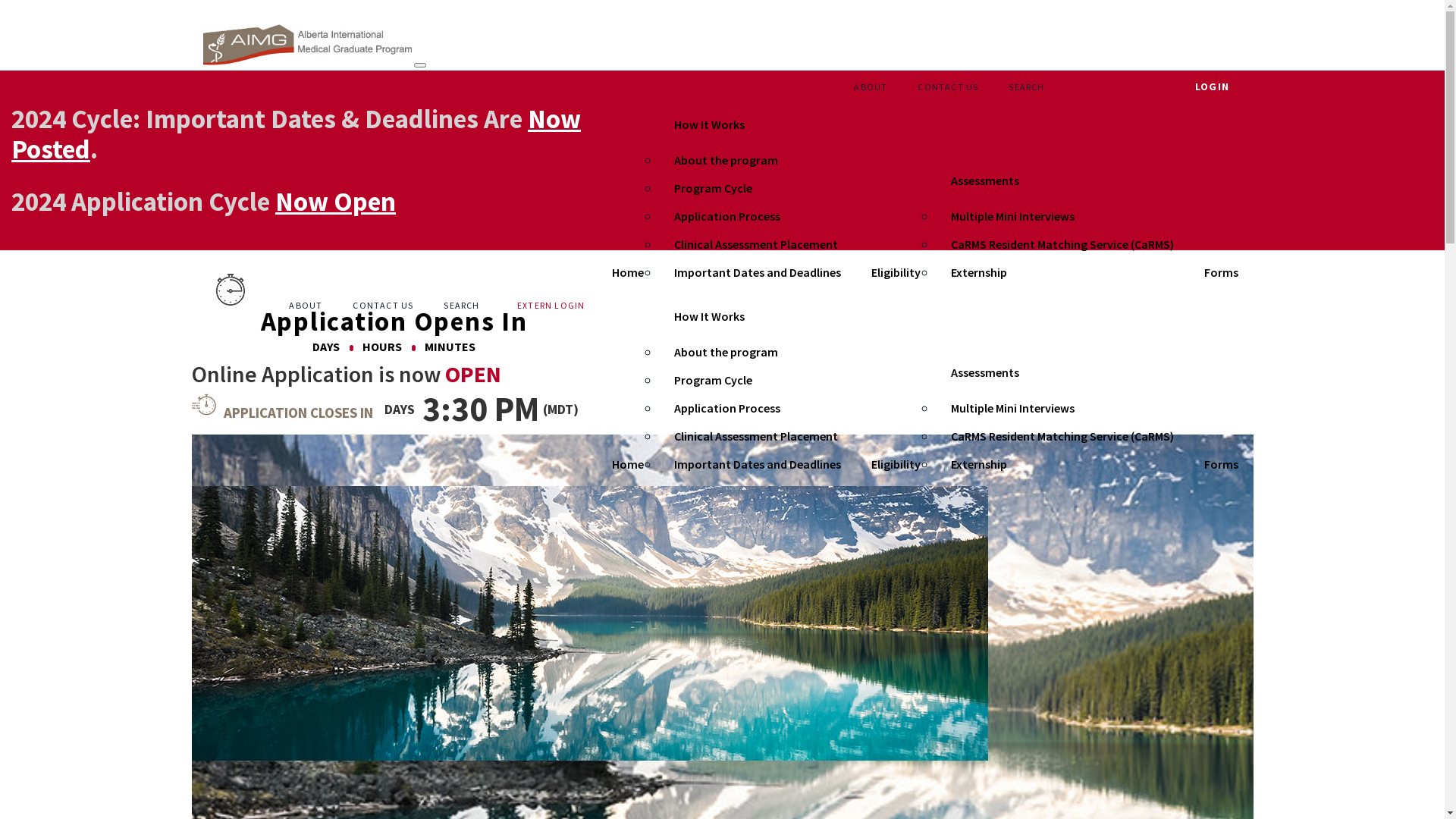 This screenshot has width=1456, height=819. Describe the element at coordinates (895, 463) in the screenshot. I see `'Eligibility'` at that location.